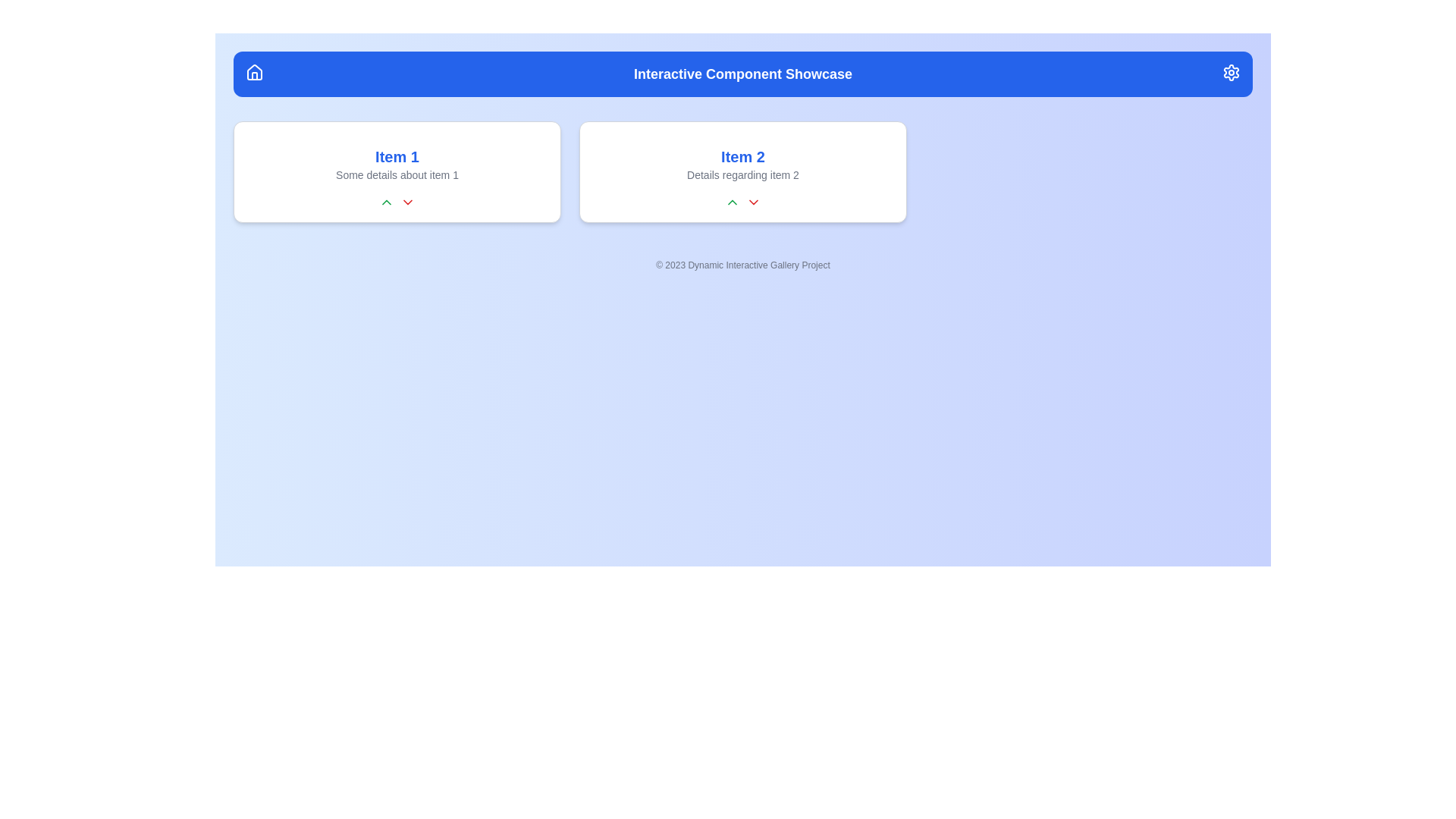 The image size is (1456, 819). Describe the element at coordinates (742, 157) in the screenshot. I see `text label that identifies and summarizes the associated content, located above the smaller text element with the description 'Details regarding item 2', in the second card of a horizontally arranged set` at that location.